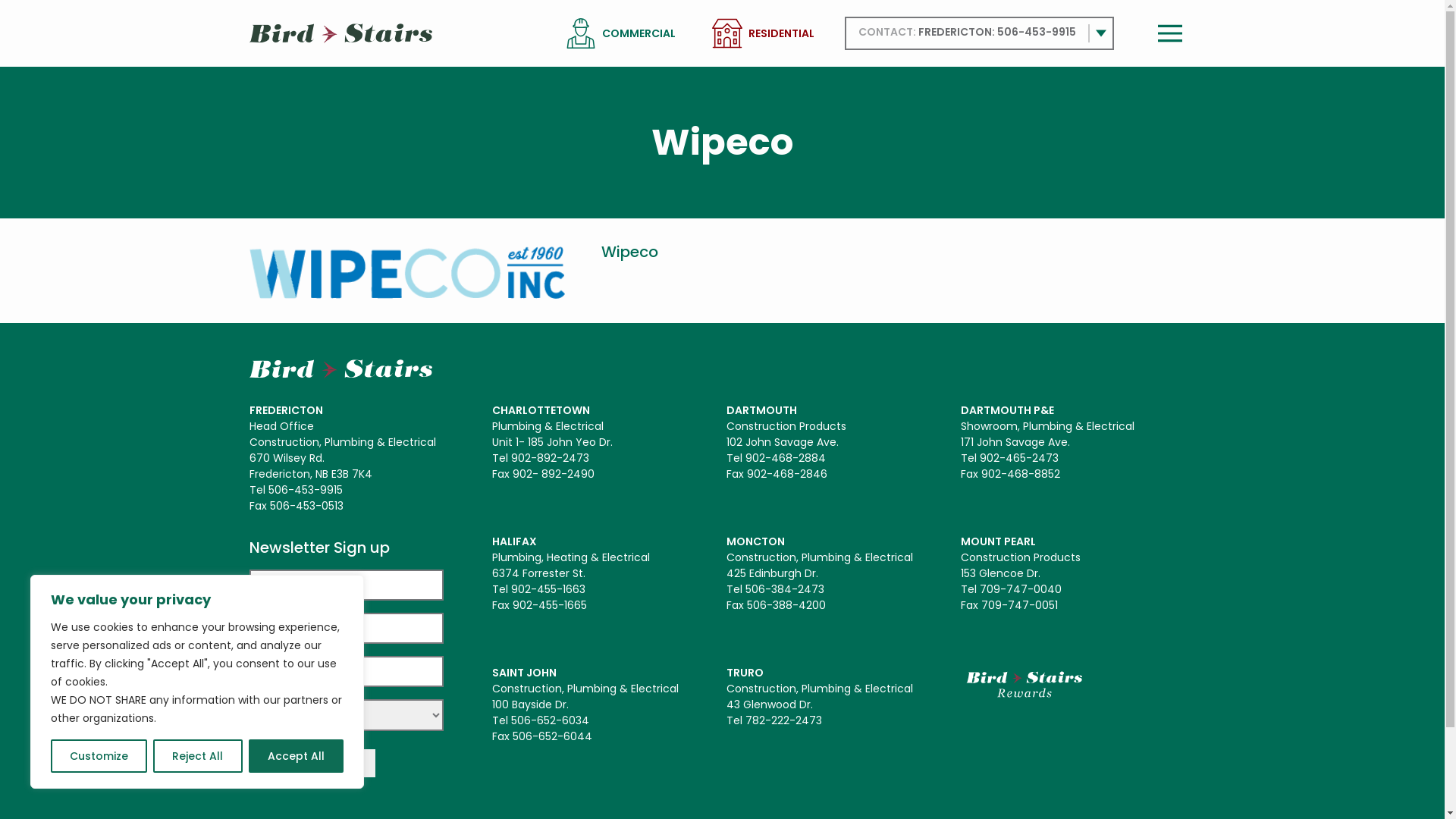  I want to click on 'Reject All', so click(196, 755).